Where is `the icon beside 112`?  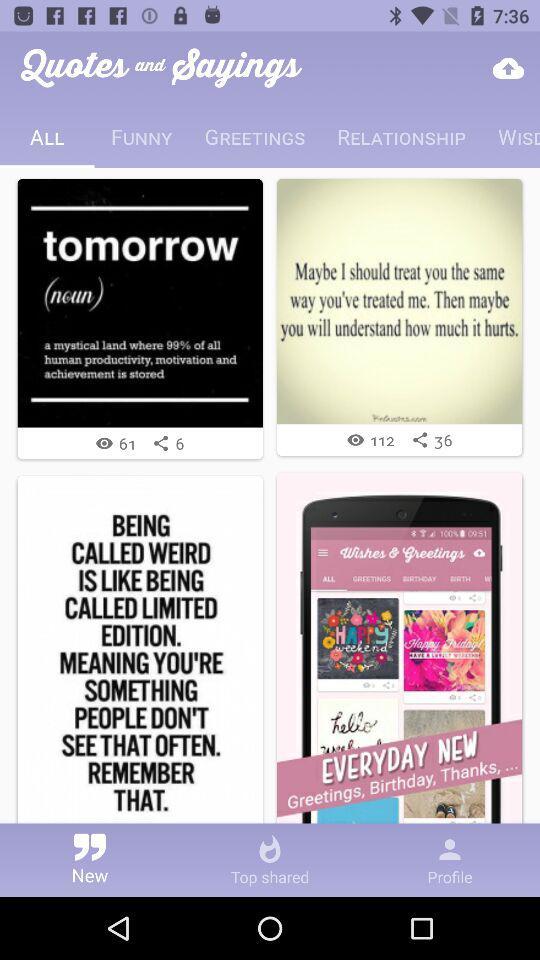 the icon beside 112 is located at coordinates (355, 439).